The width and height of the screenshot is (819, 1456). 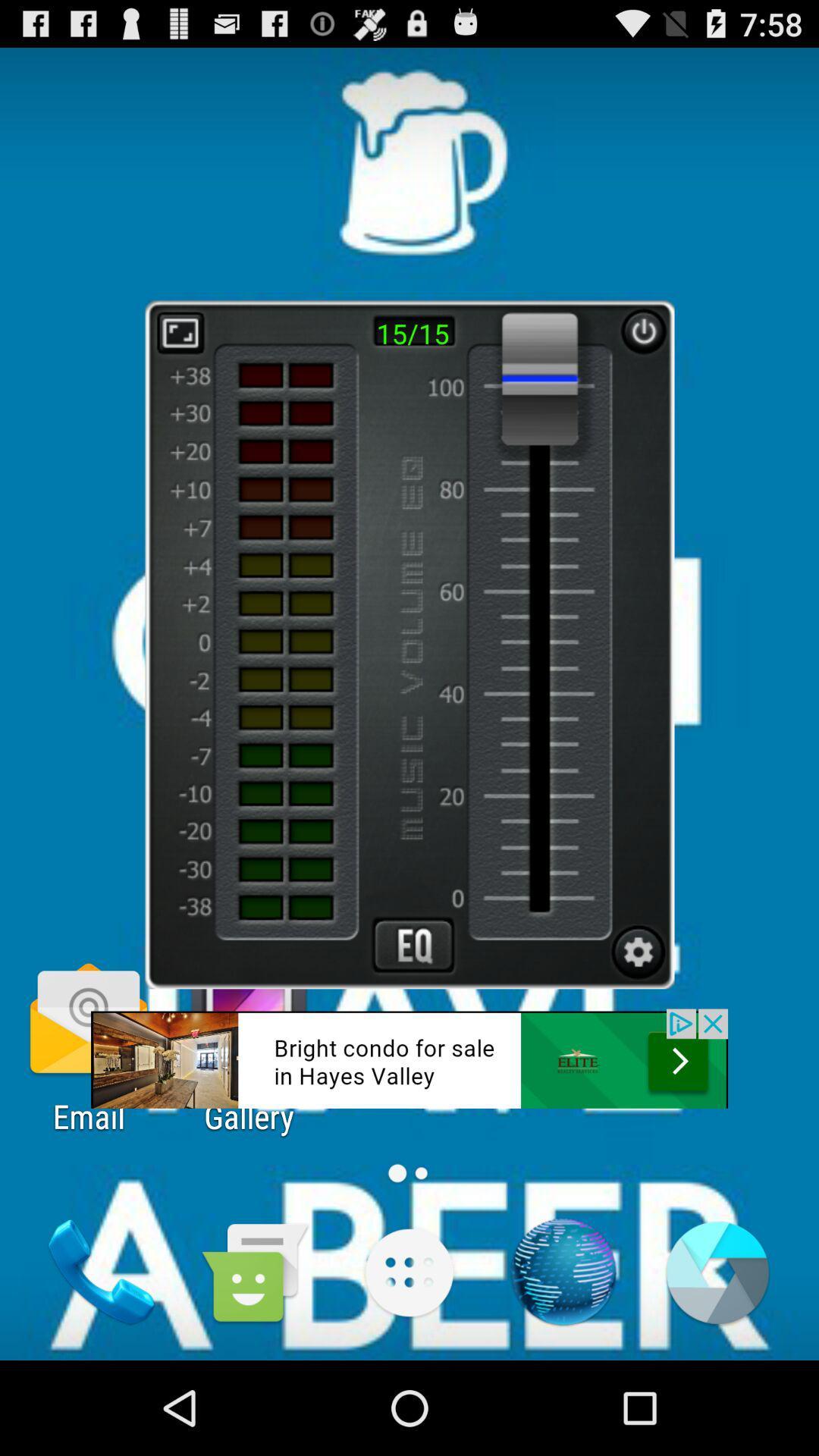 What do you see at coordinates (413, 944) in the screenshot?
I see `advertisement page` at bounding box center [413, 944].